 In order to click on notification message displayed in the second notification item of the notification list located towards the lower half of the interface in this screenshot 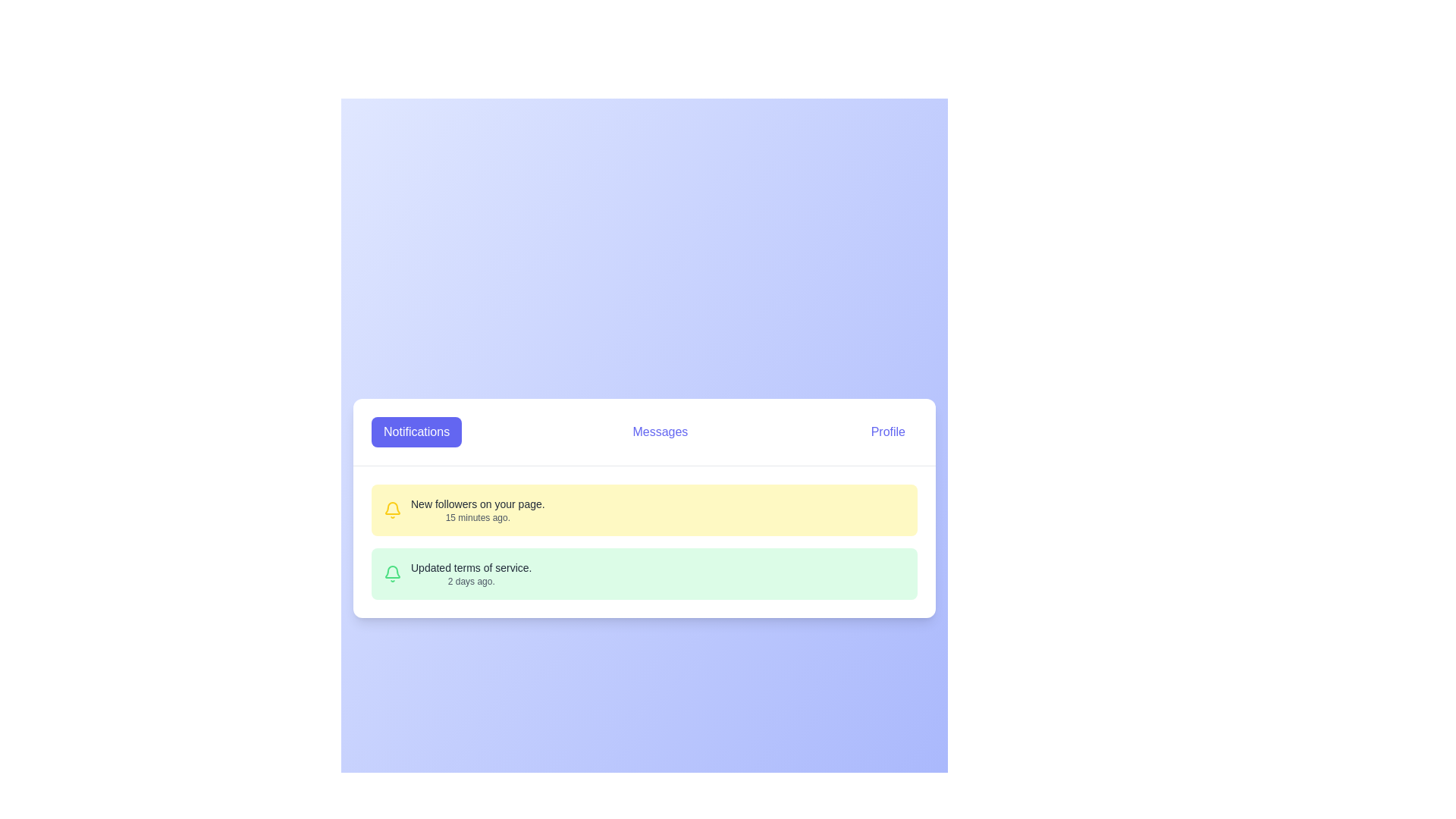, I will do `click(470, 573)`.